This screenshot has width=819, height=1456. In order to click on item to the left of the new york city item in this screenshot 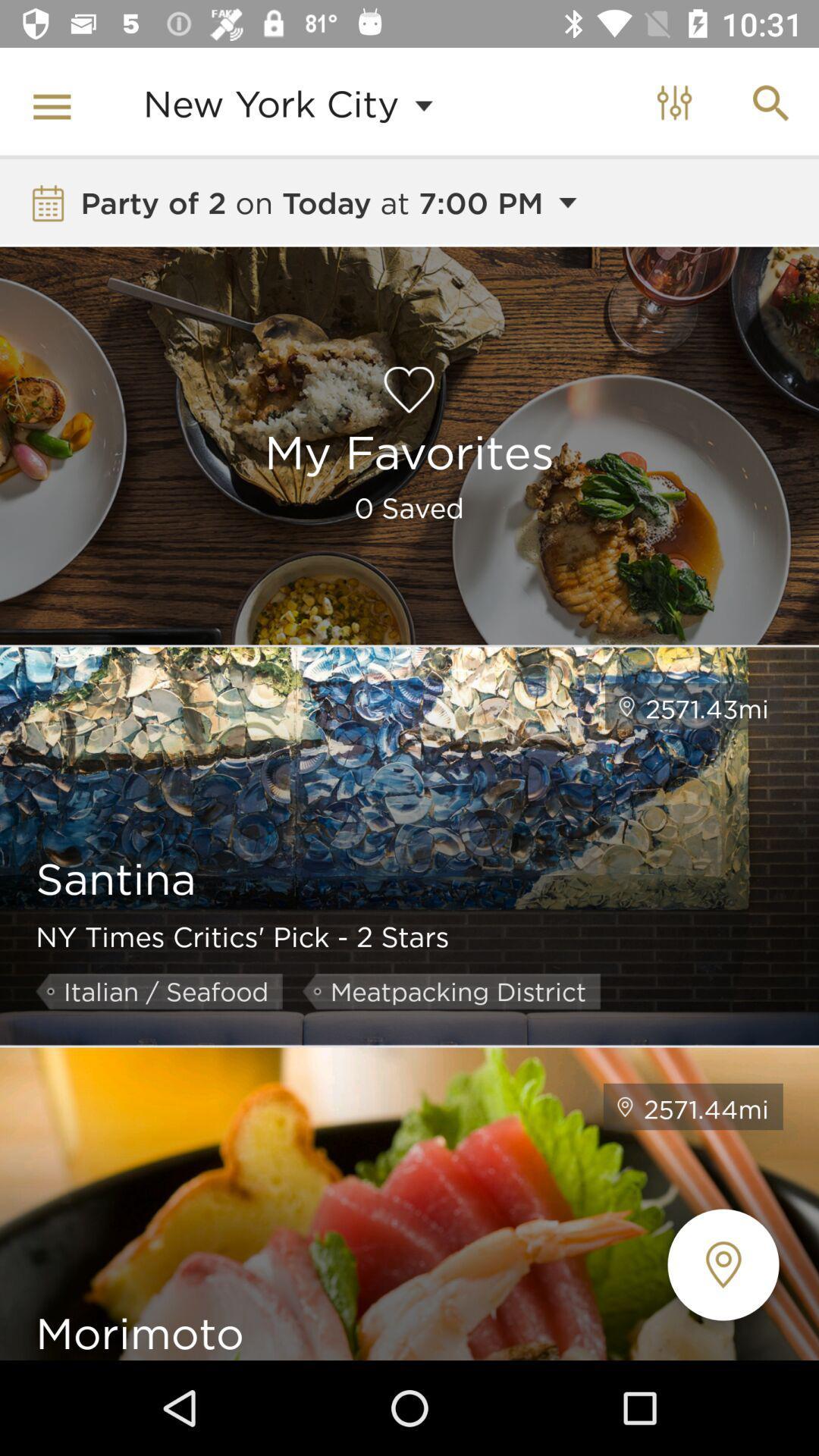, I will do `click(55, 102)`.